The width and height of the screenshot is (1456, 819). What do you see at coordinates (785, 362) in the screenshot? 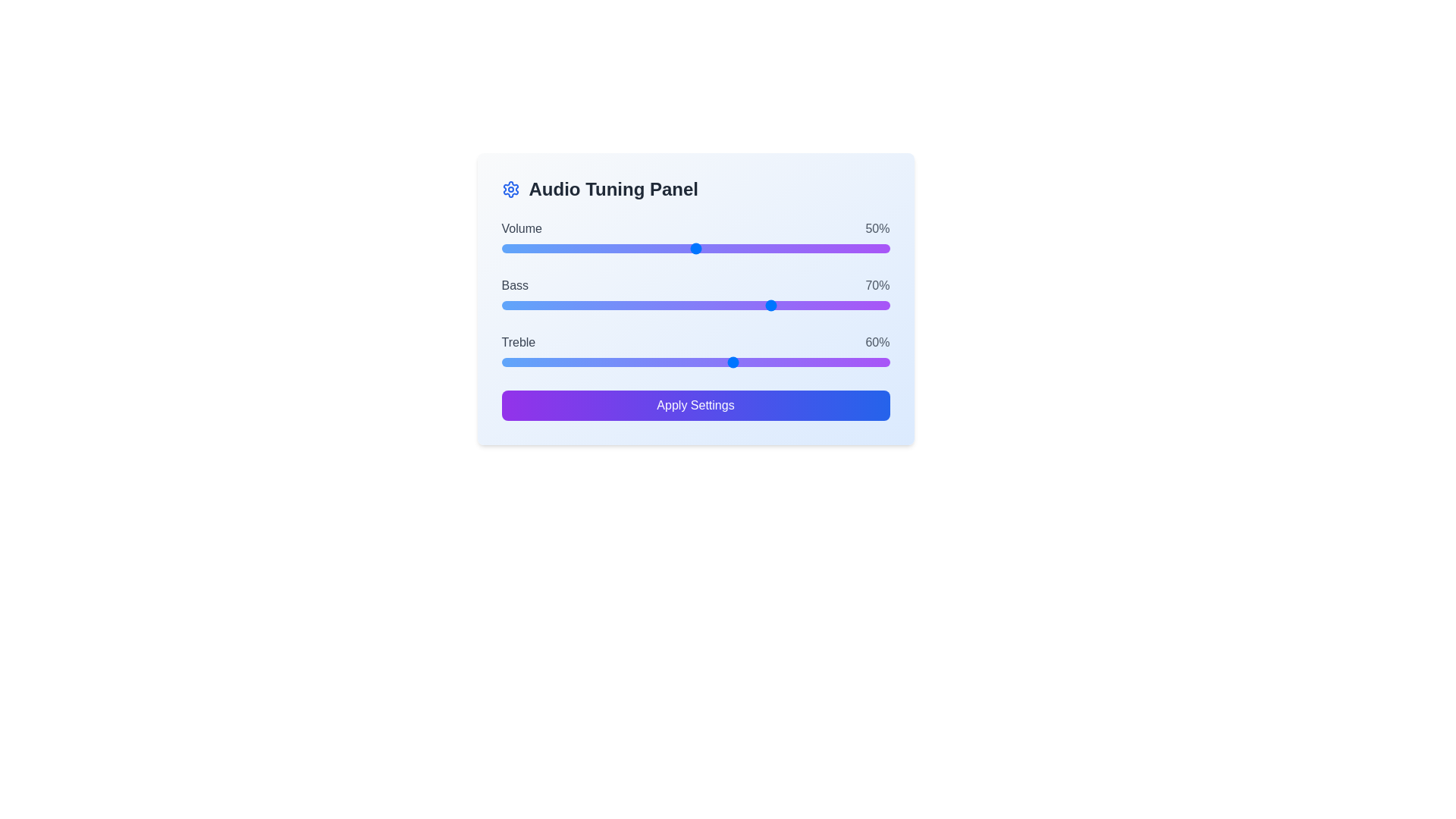
I see `the slider's value` at bounding box center [785, 362].